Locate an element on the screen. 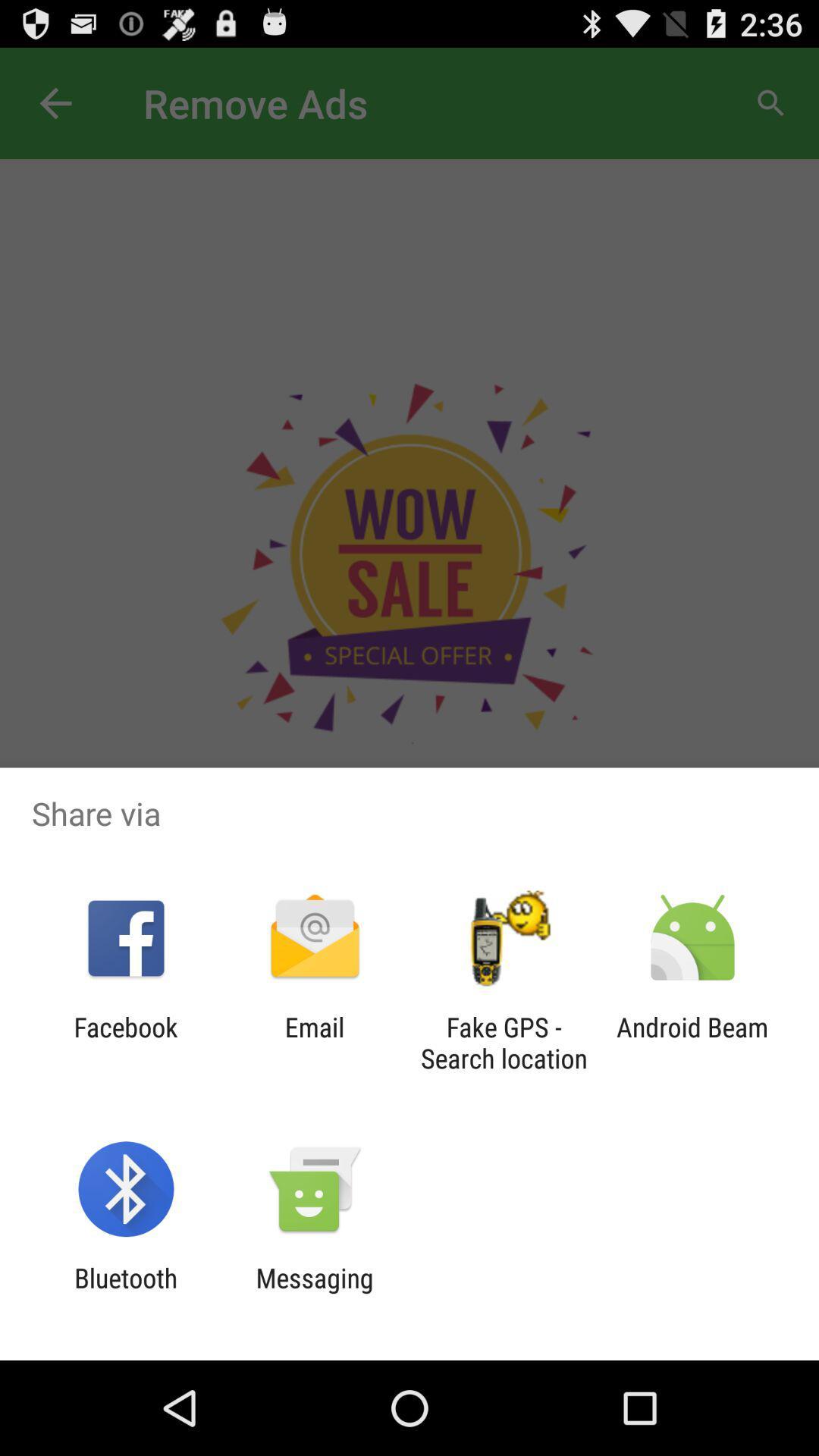  the icon next to the email is located at coordinates (504, 1042).